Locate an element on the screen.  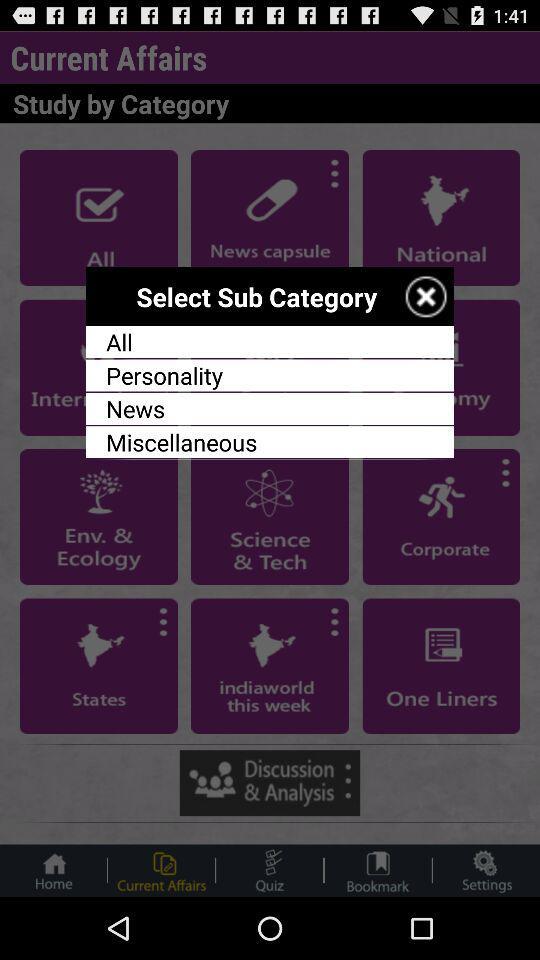
item below the select sub category item is located at coordinates (270, 342).